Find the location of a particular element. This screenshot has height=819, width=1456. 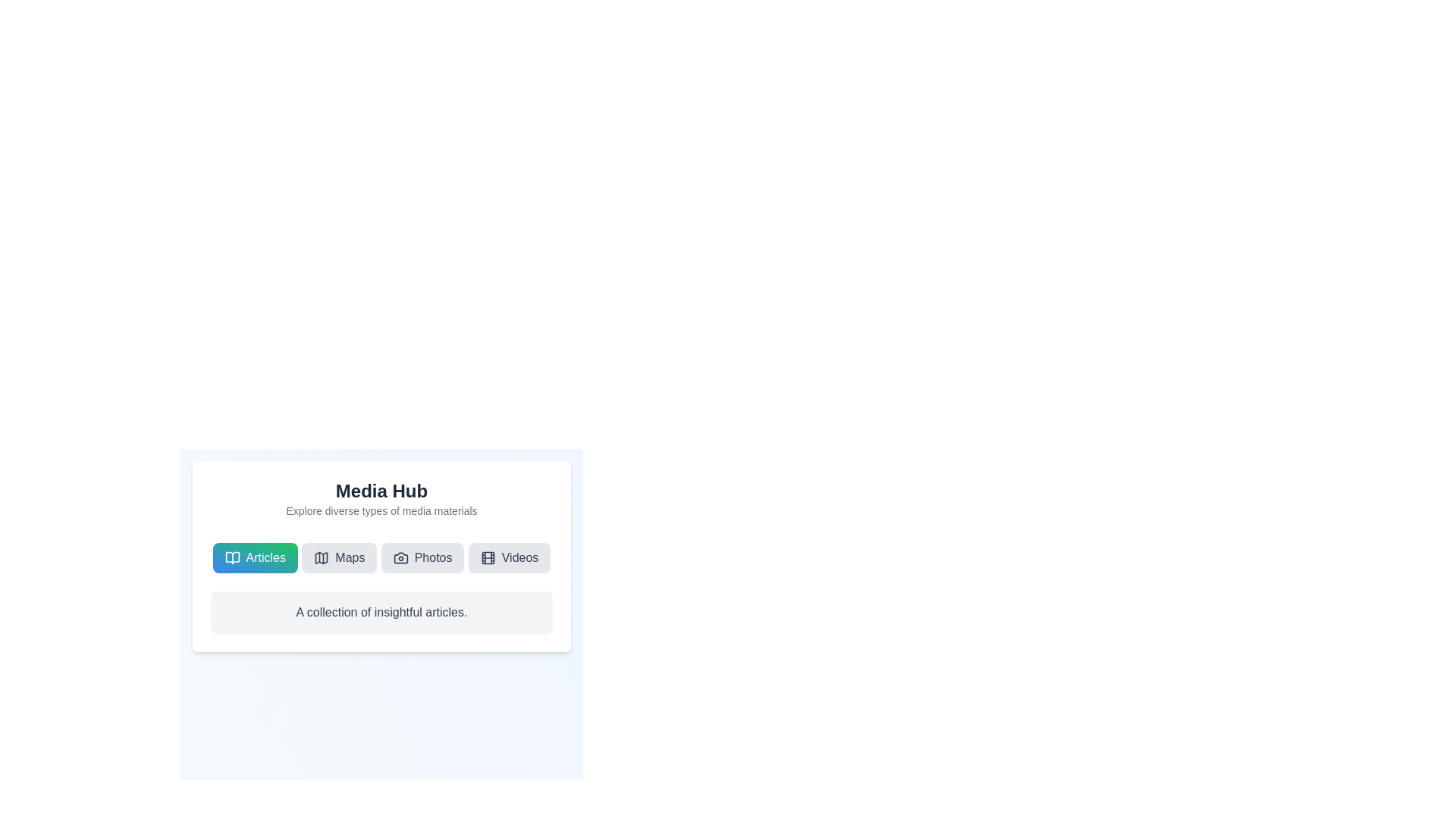

the 'Videos' icon, which is the leftmost component inside the button labeled 'Videos' in the Media Hub section is located at coordinates (488, 558).